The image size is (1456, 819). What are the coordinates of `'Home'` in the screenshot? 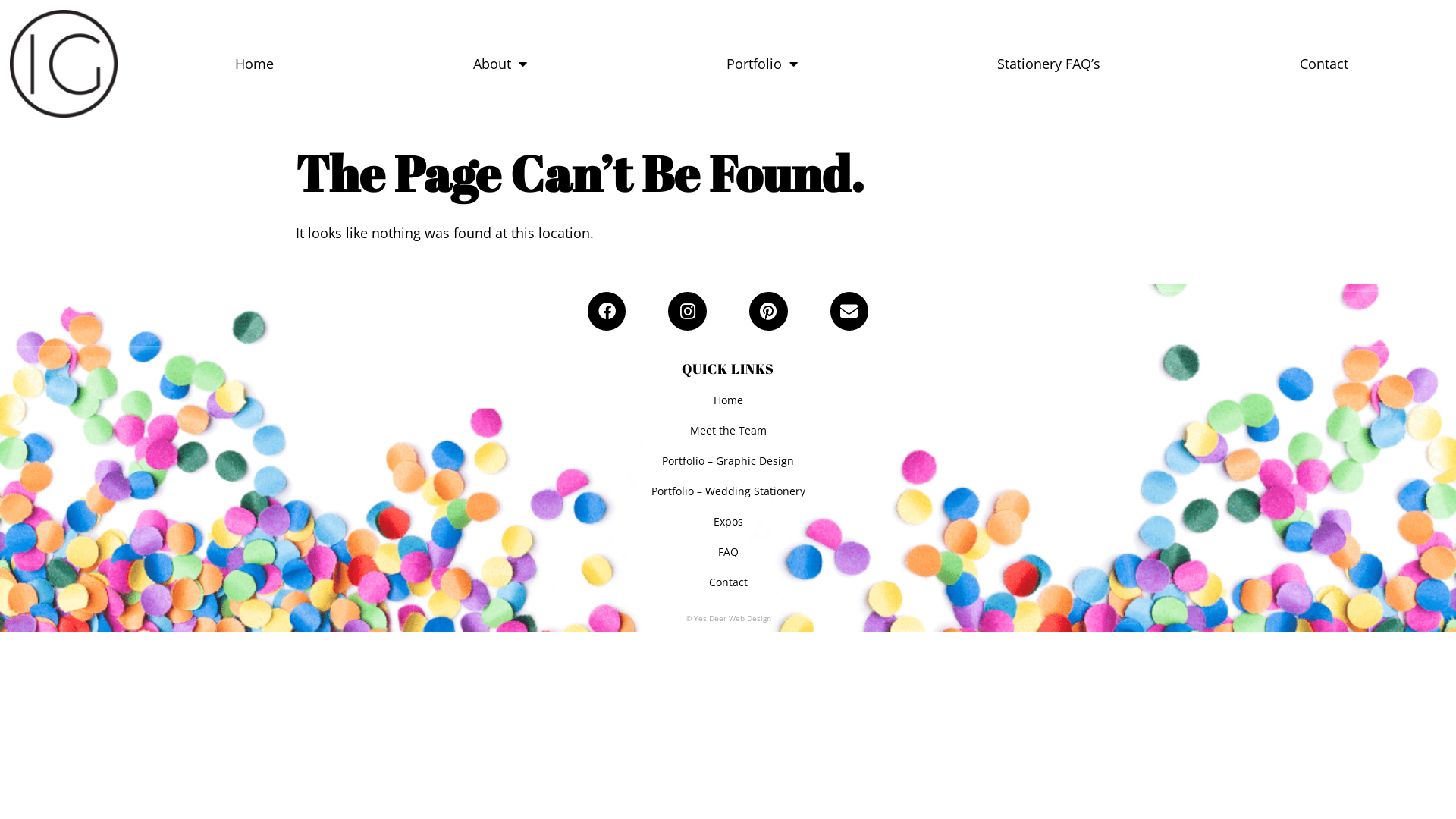 It's located at (134, 63).